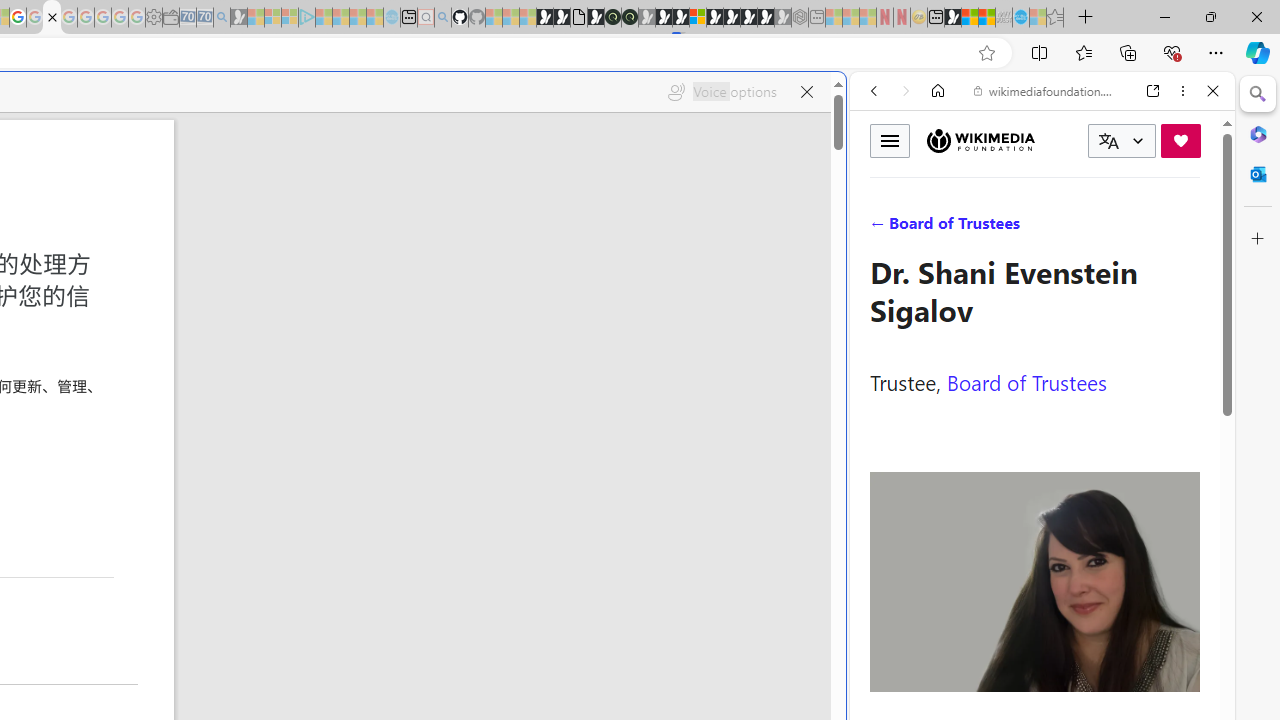  I want to click on 'Back', so click(874, 91).